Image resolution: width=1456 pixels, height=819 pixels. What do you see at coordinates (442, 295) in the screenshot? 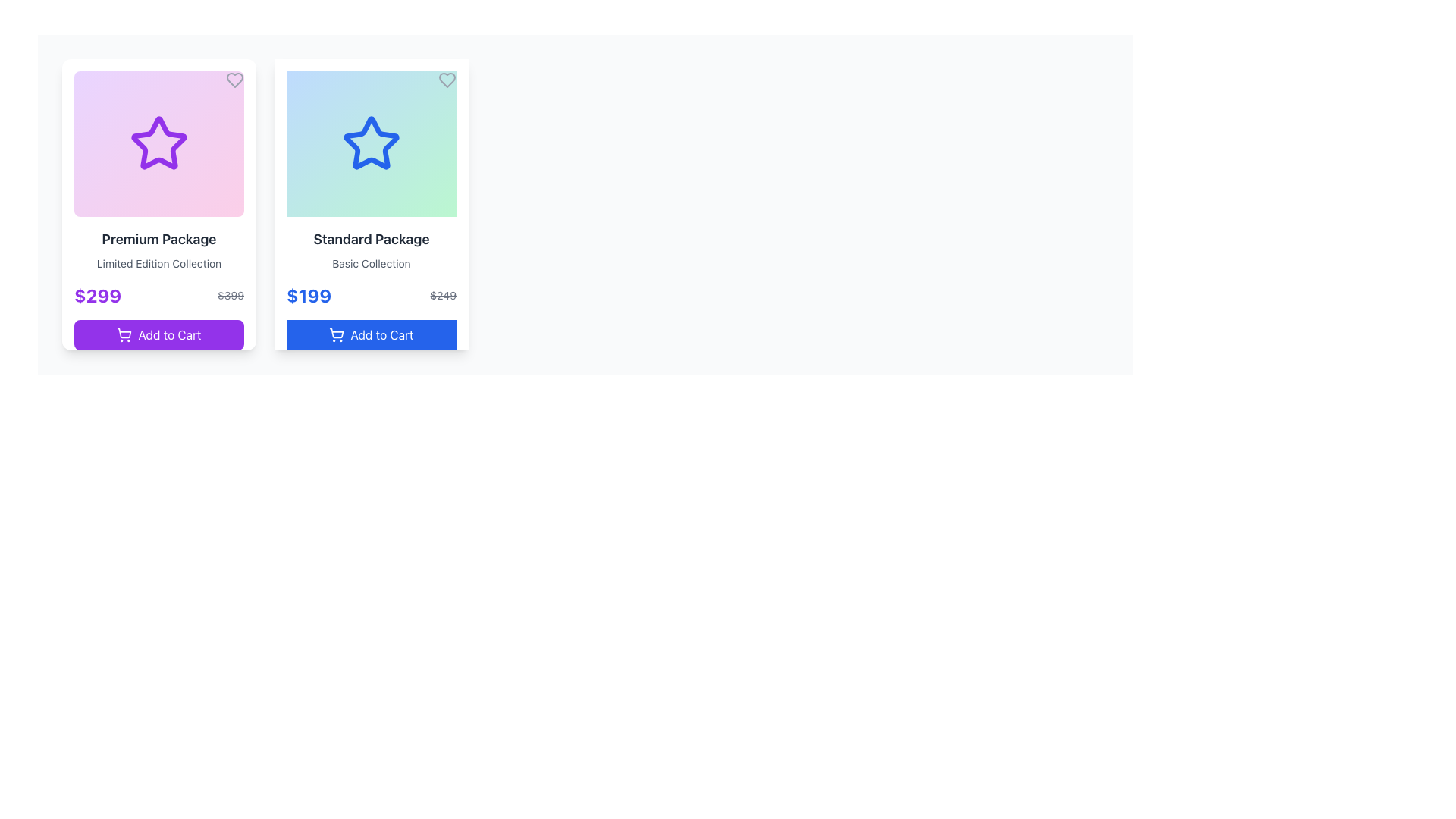
I see `the Price label with strike-through located in the 'Standard Package' card, positioned to the right of the displayed price '$199' near the bottom of the card` at bounding box center [442, 295].